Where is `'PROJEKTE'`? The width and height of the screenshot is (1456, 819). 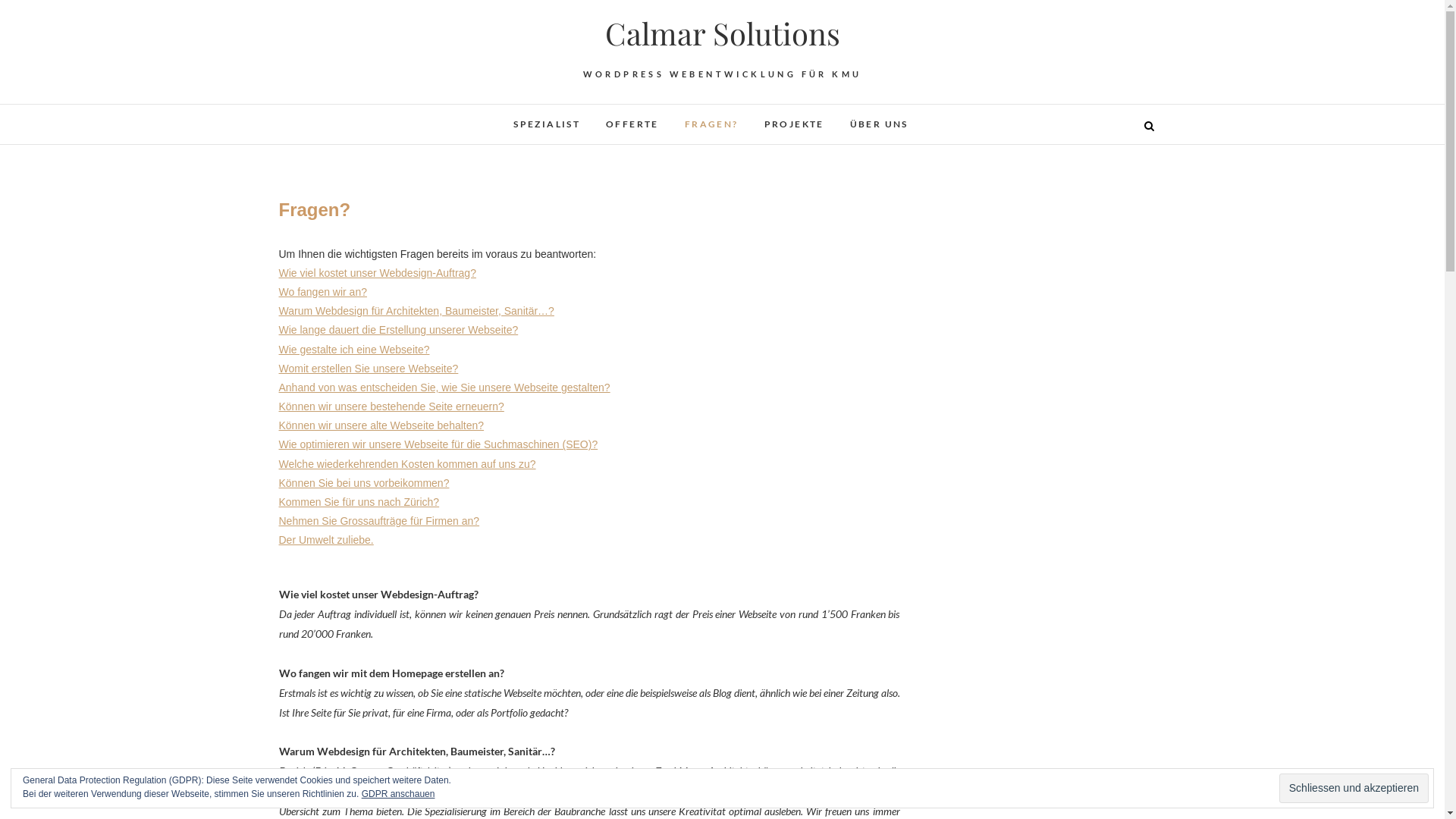 'PROJEKTE' is located at coordinates (792, 124).